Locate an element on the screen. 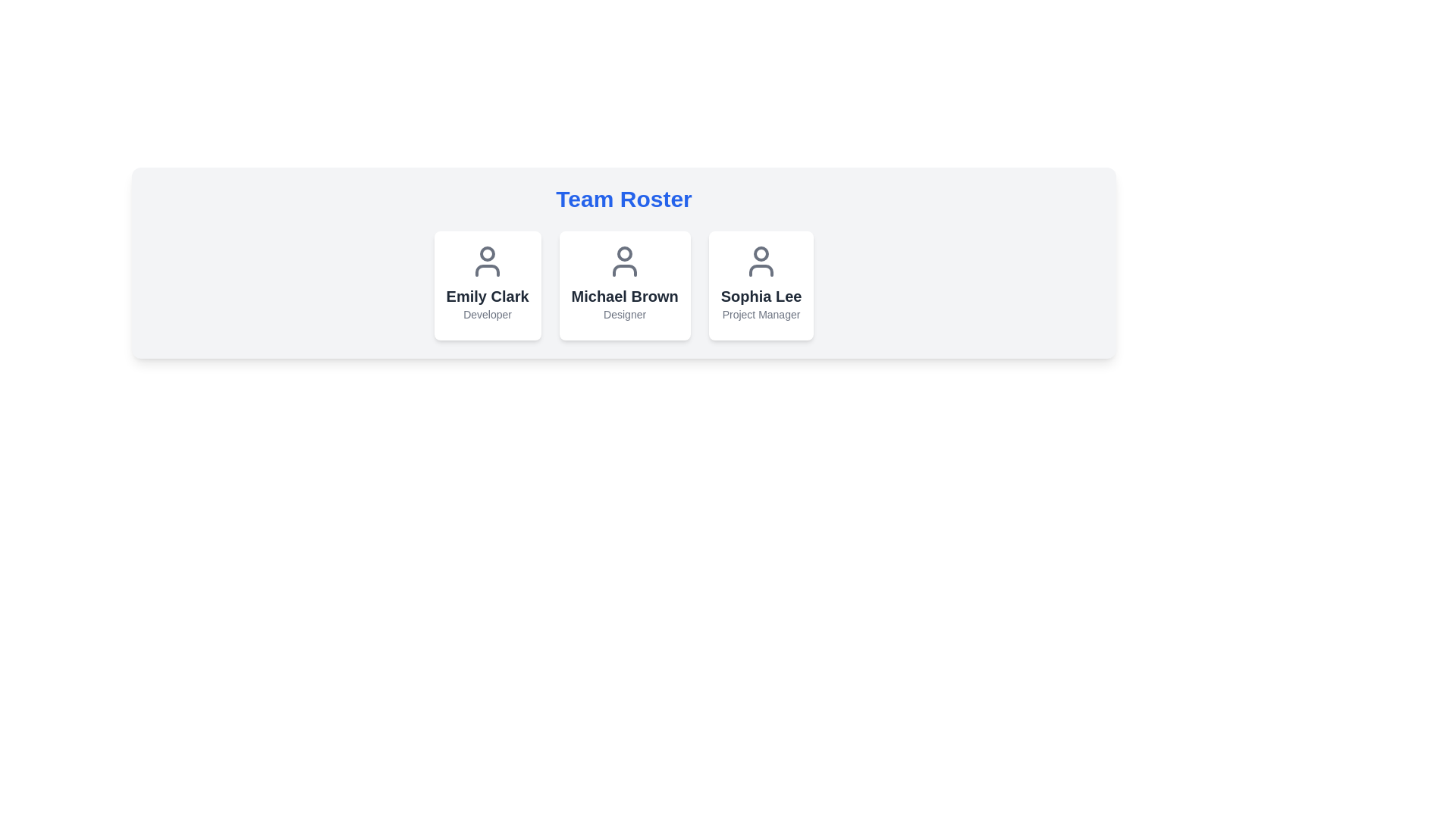 Image resolution: width=1456 pixels, height=819 pixels. the user icon representing Emily Clark, which is a minimalist gray circular head above the text 'Emily Clark' is located at coordinates (488, 260).